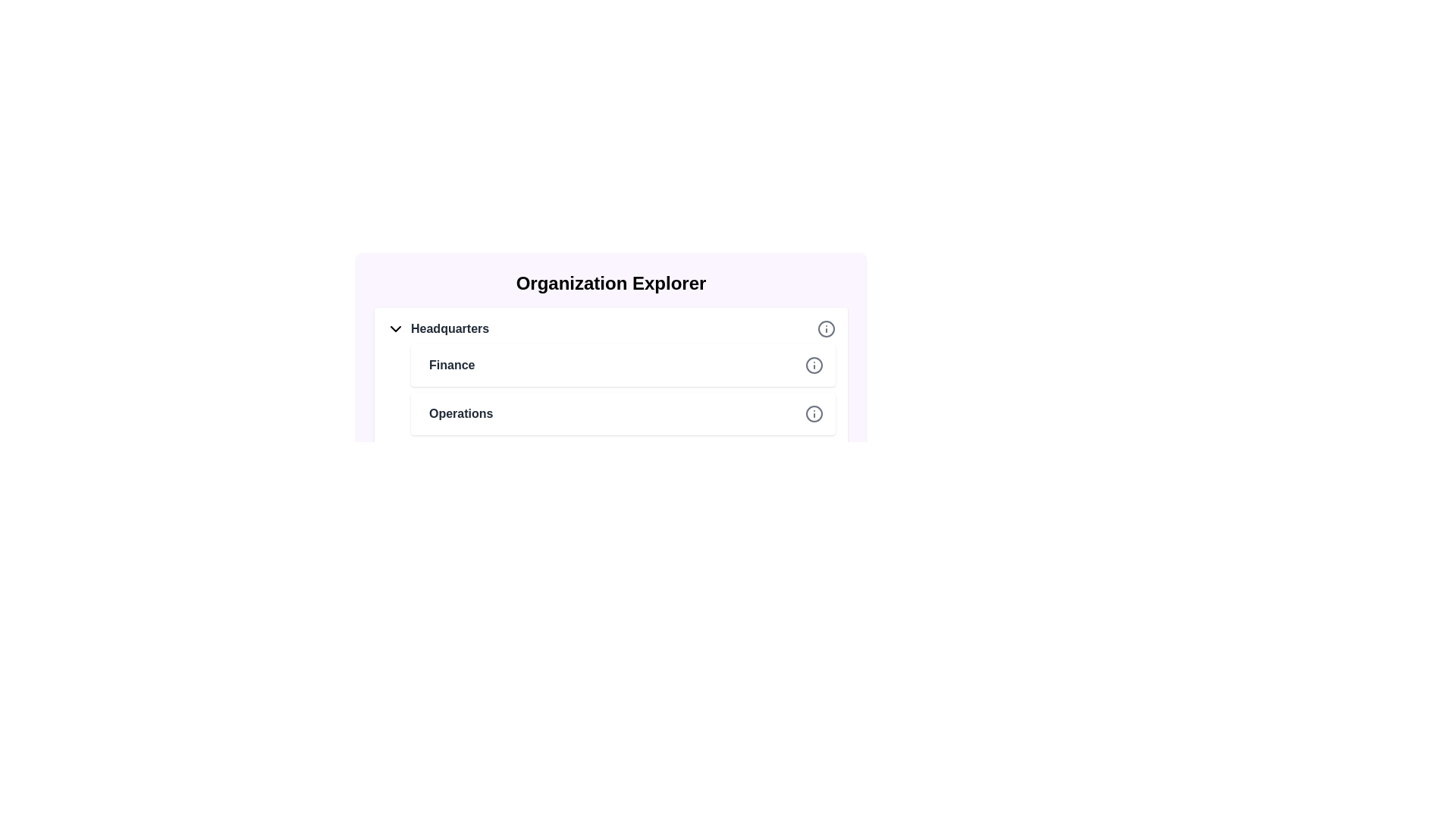 This screenshot has width=1456, height=819. I want to click on the information icon styled in gray, located in the rightmost part of the 'Finance' entry in the 'Organization Explorer' section, so click(814, 366).